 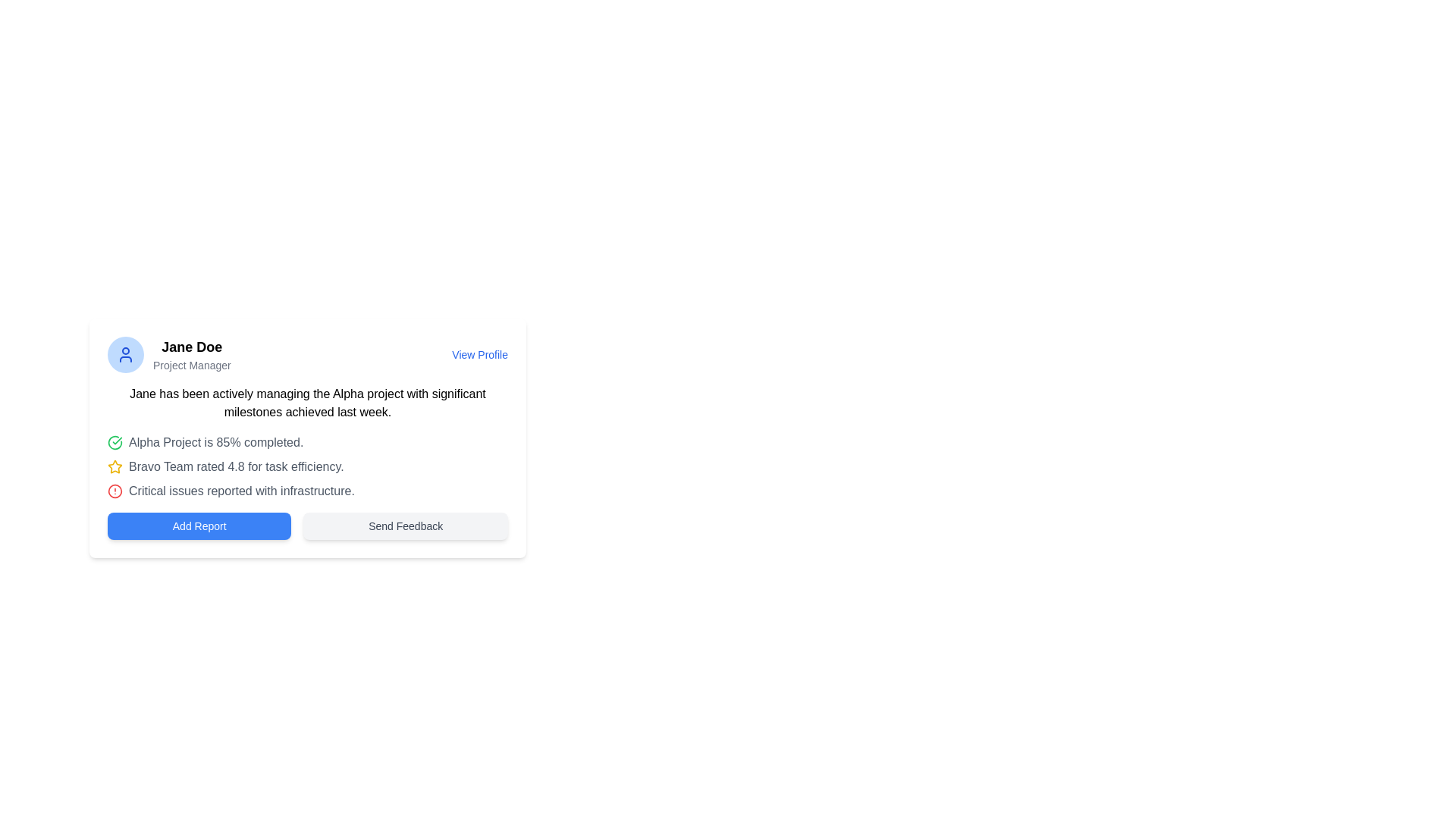 What do you see at coordinates (115, 491) in the screenshot?
I see `the alert icon located to the left of the text 'Critical issues reported with infrastructure'` at bounding box center [115, 491].